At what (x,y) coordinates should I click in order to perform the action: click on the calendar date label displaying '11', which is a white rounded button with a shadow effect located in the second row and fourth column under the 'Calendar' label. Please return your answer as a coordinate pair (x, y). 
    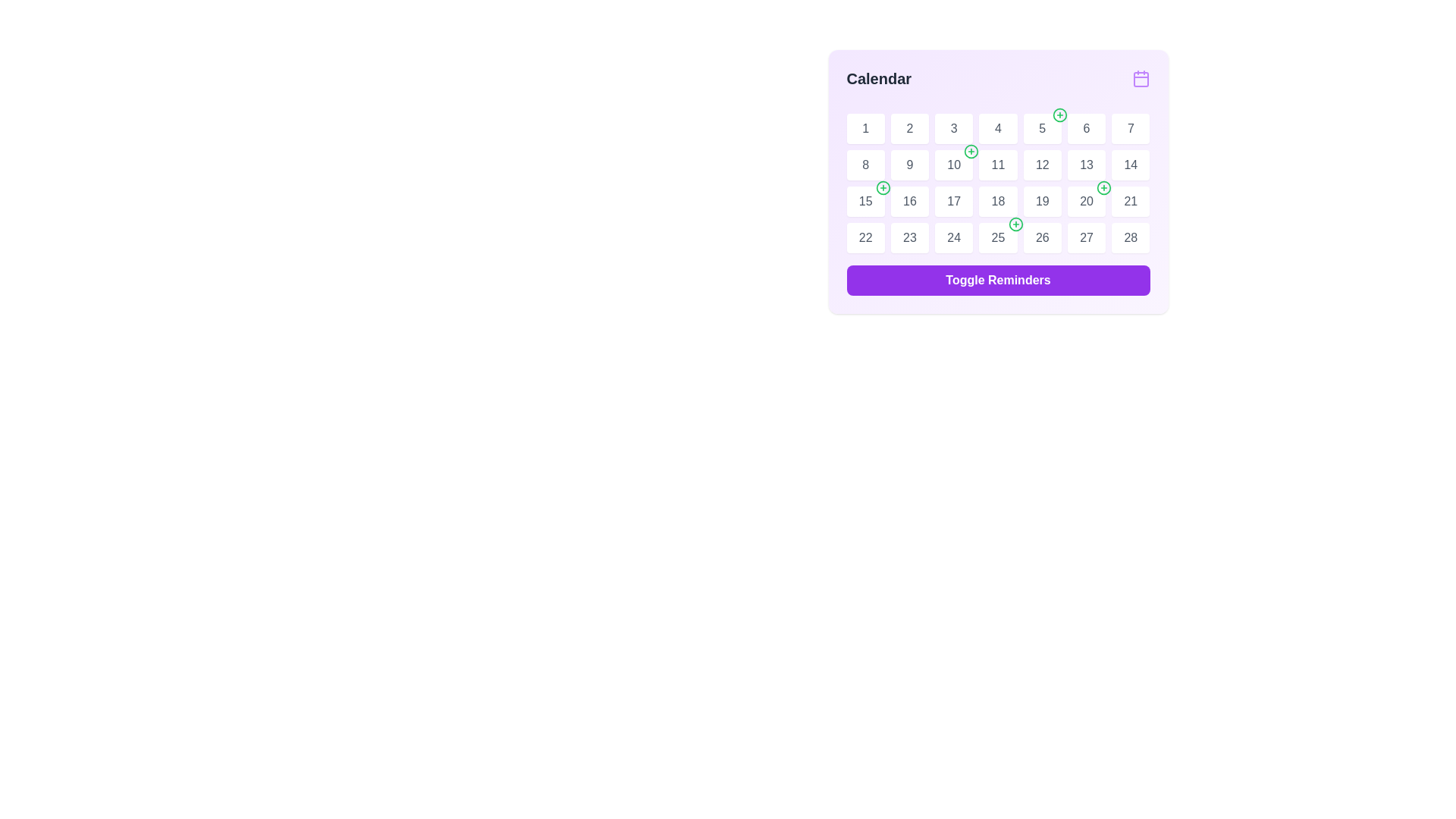
    Looking at the image, I should click on (998, 165).